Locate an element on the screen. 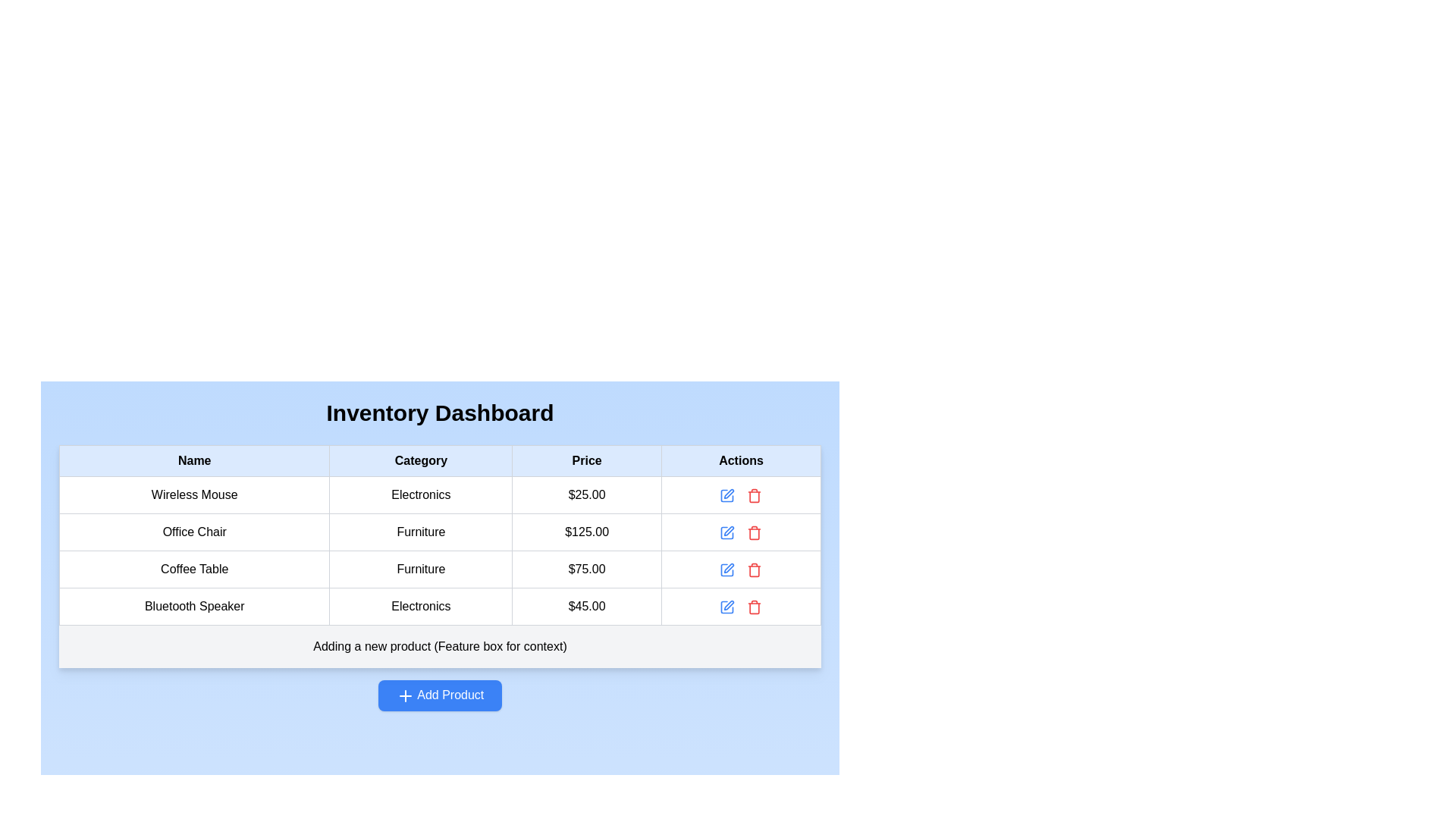 The image size is (1456, 819). the red trash can icon button located in the 'Actions' column of the second row of the data table to trigger potential visual feedback is located at coordinates (755, 532).